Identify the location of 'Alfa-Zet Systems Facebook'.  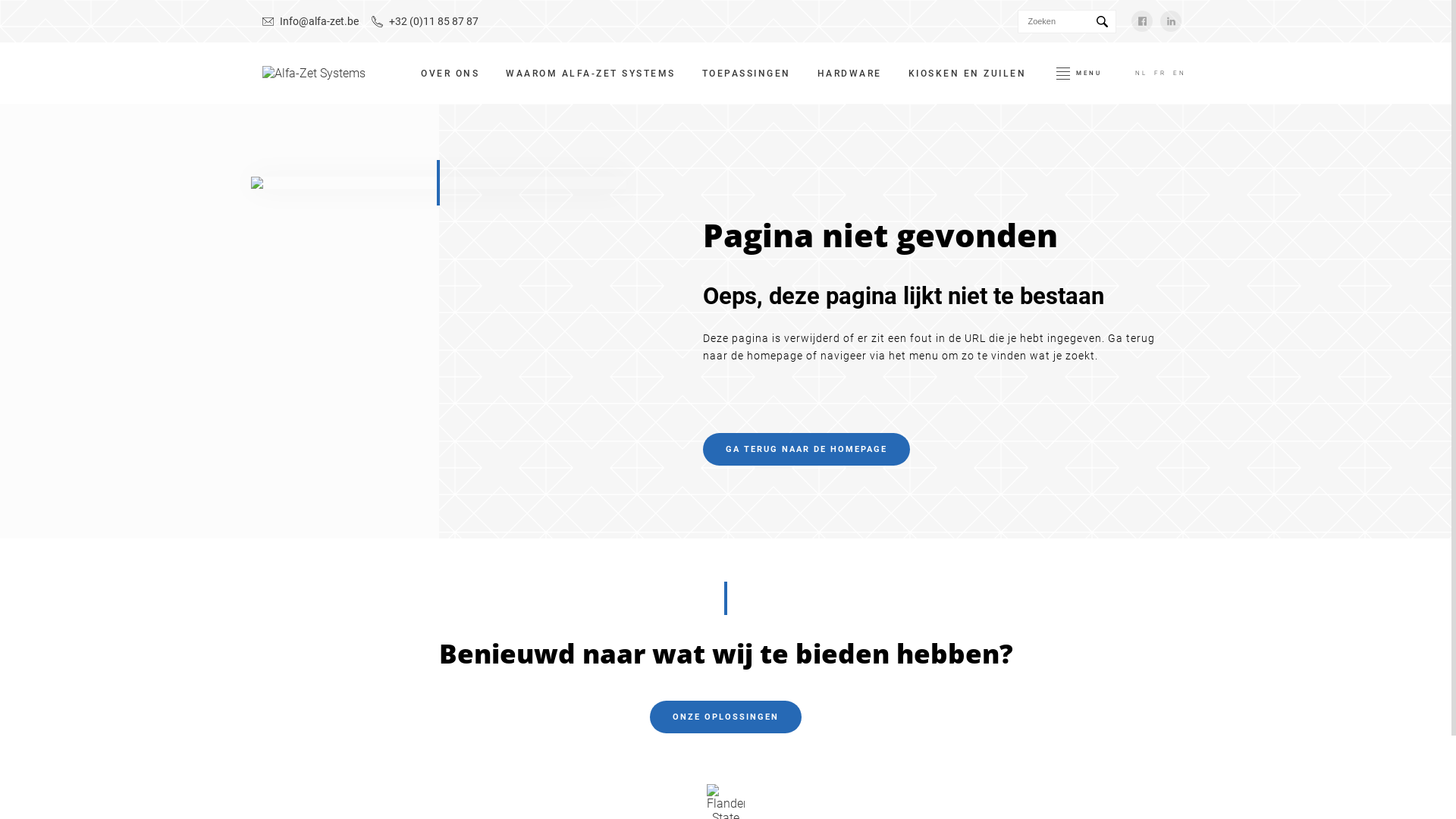
(1142, 20).